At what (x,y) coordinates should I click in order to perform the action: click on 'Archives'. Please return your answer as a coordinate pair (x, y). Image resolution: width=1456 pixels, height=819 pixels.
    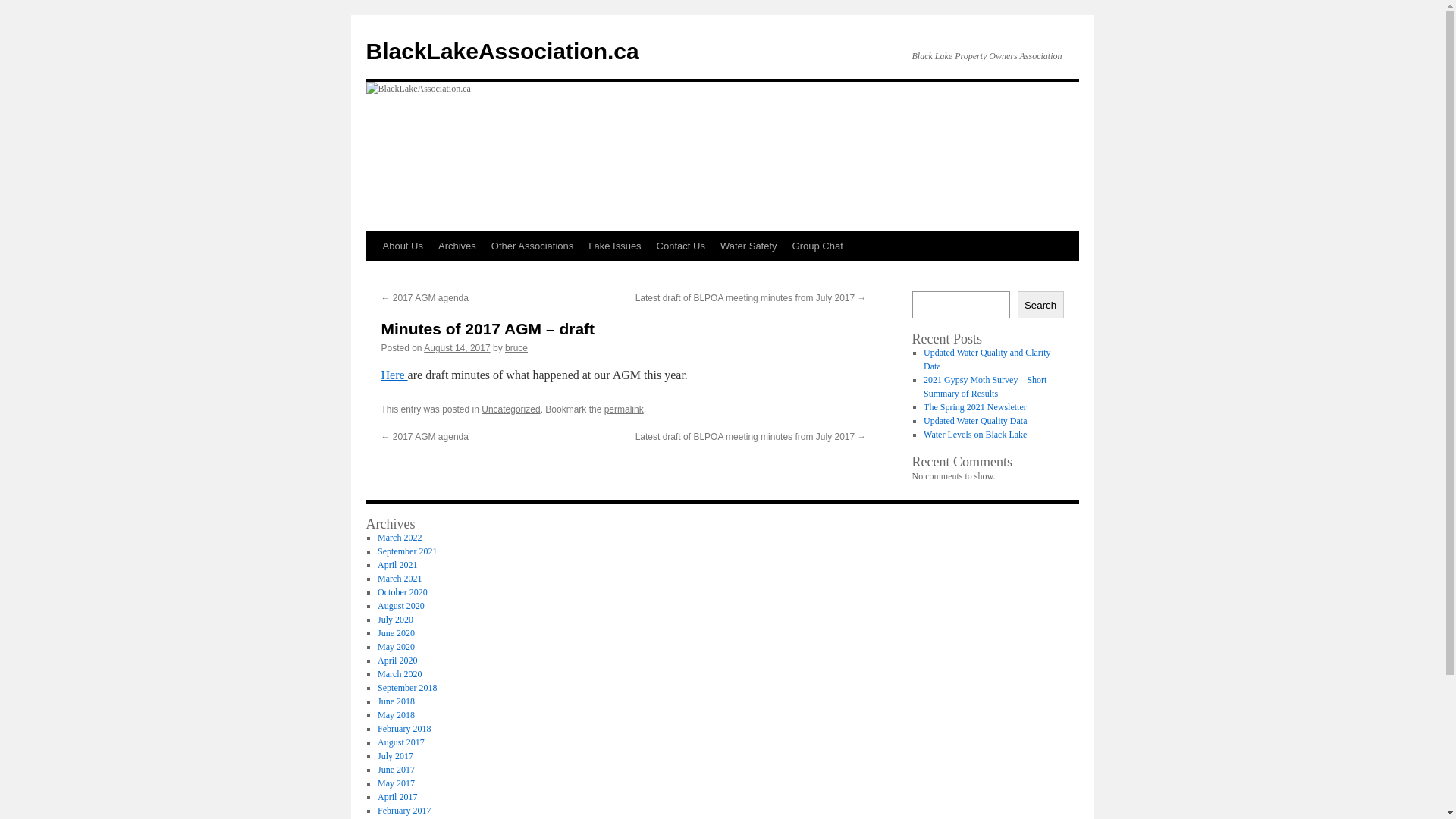
    Looking at the image, I should click on (457, 245).